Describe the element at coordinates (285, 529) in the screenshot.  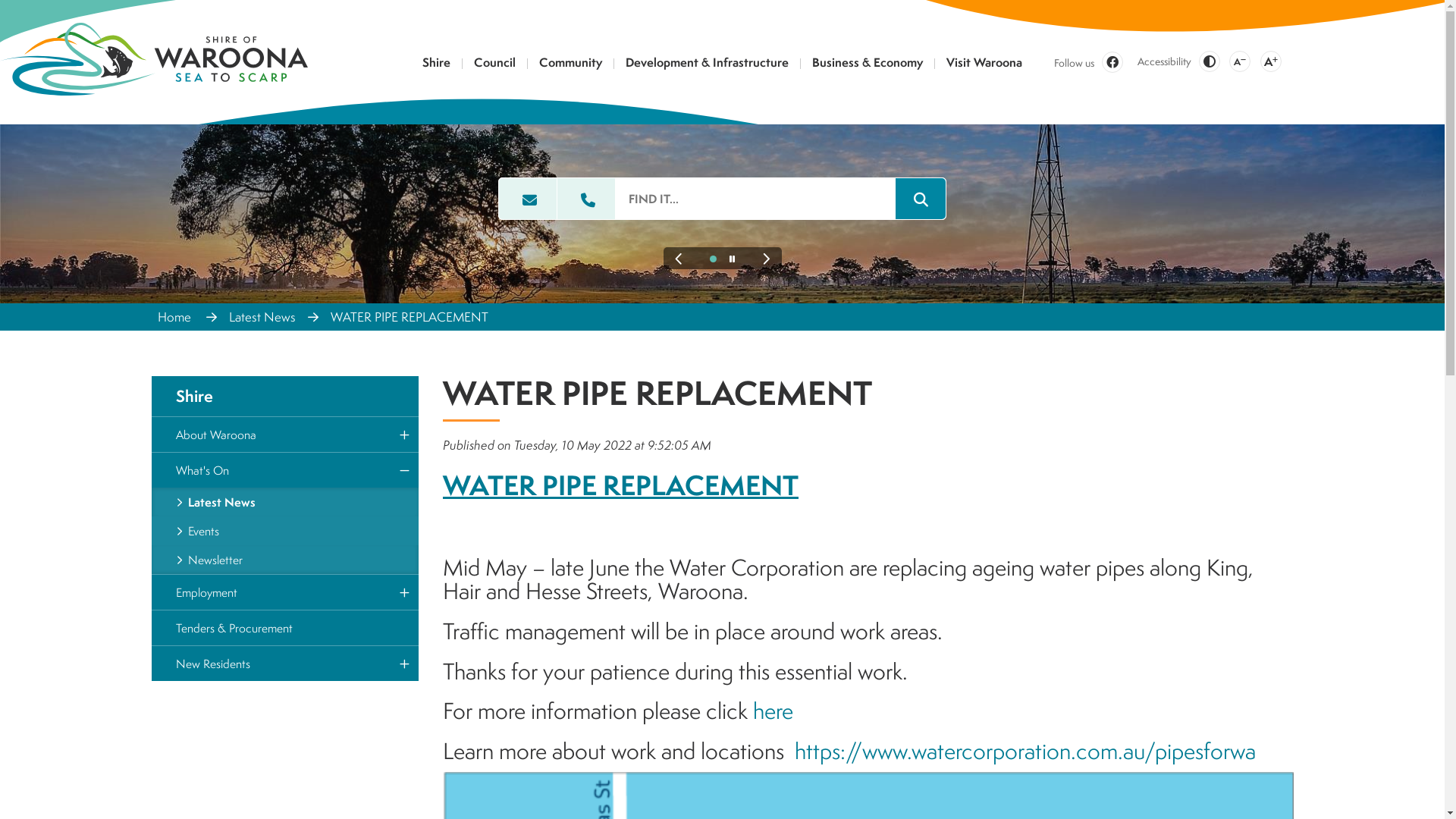
I see `'Events'` at that location.